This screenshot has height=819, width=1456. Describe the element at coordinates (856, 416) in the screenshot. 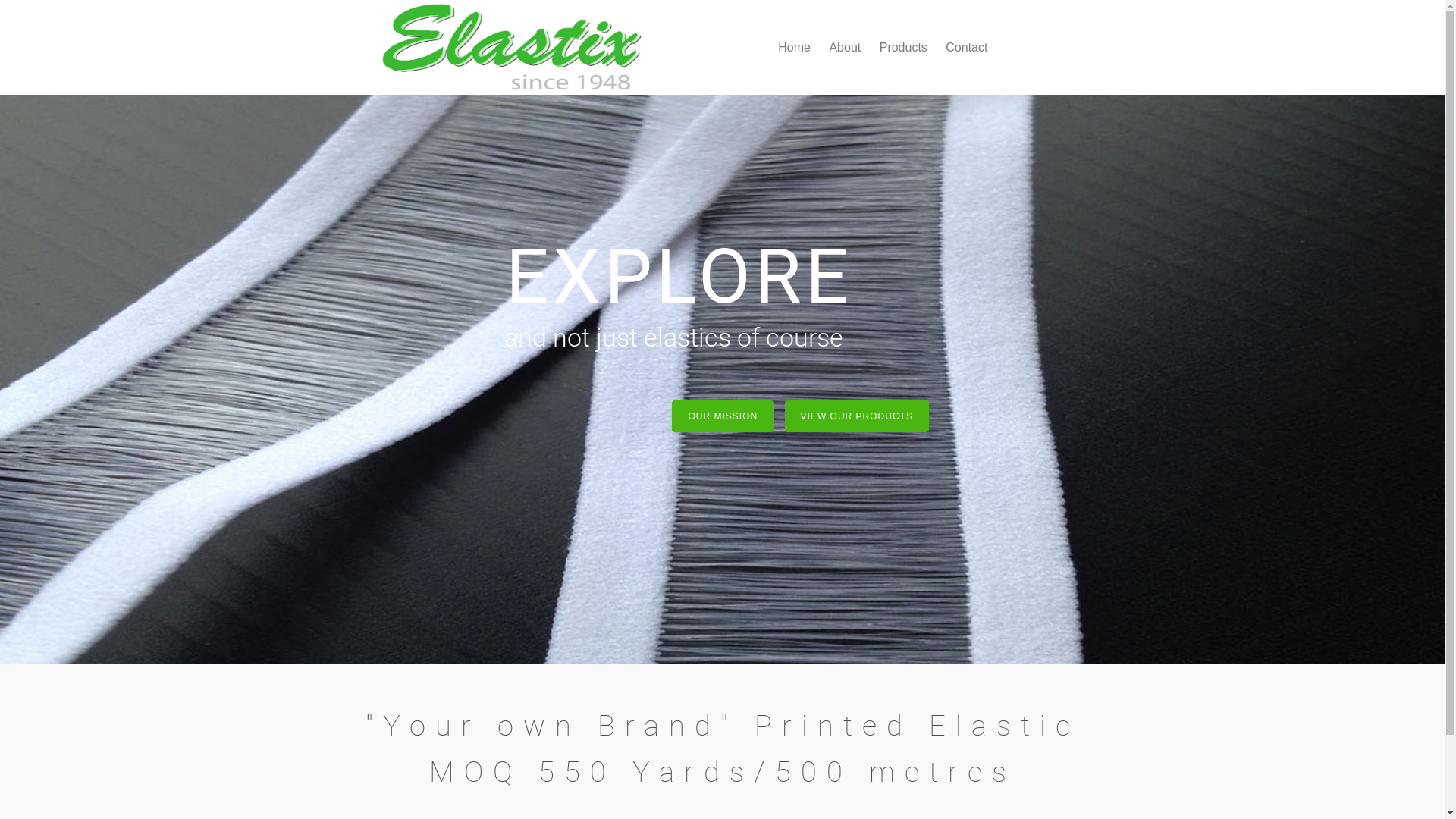

I see `'VIEW OUR PRODUCTS'` at that location.